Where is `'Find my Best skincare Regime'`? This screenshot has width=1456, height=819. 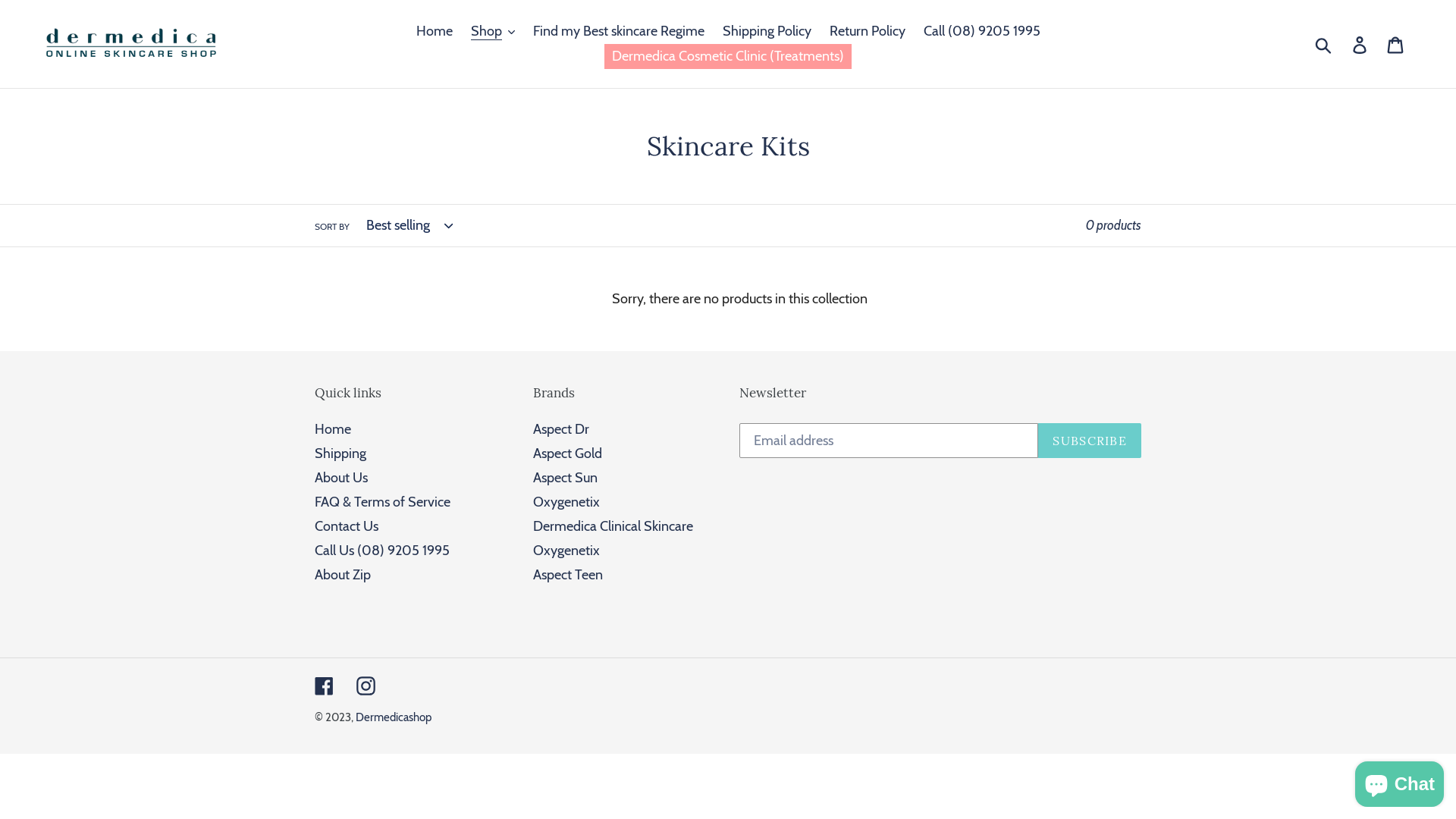 'Find my Best skincare Regime' is located at coordinates (618, 31).